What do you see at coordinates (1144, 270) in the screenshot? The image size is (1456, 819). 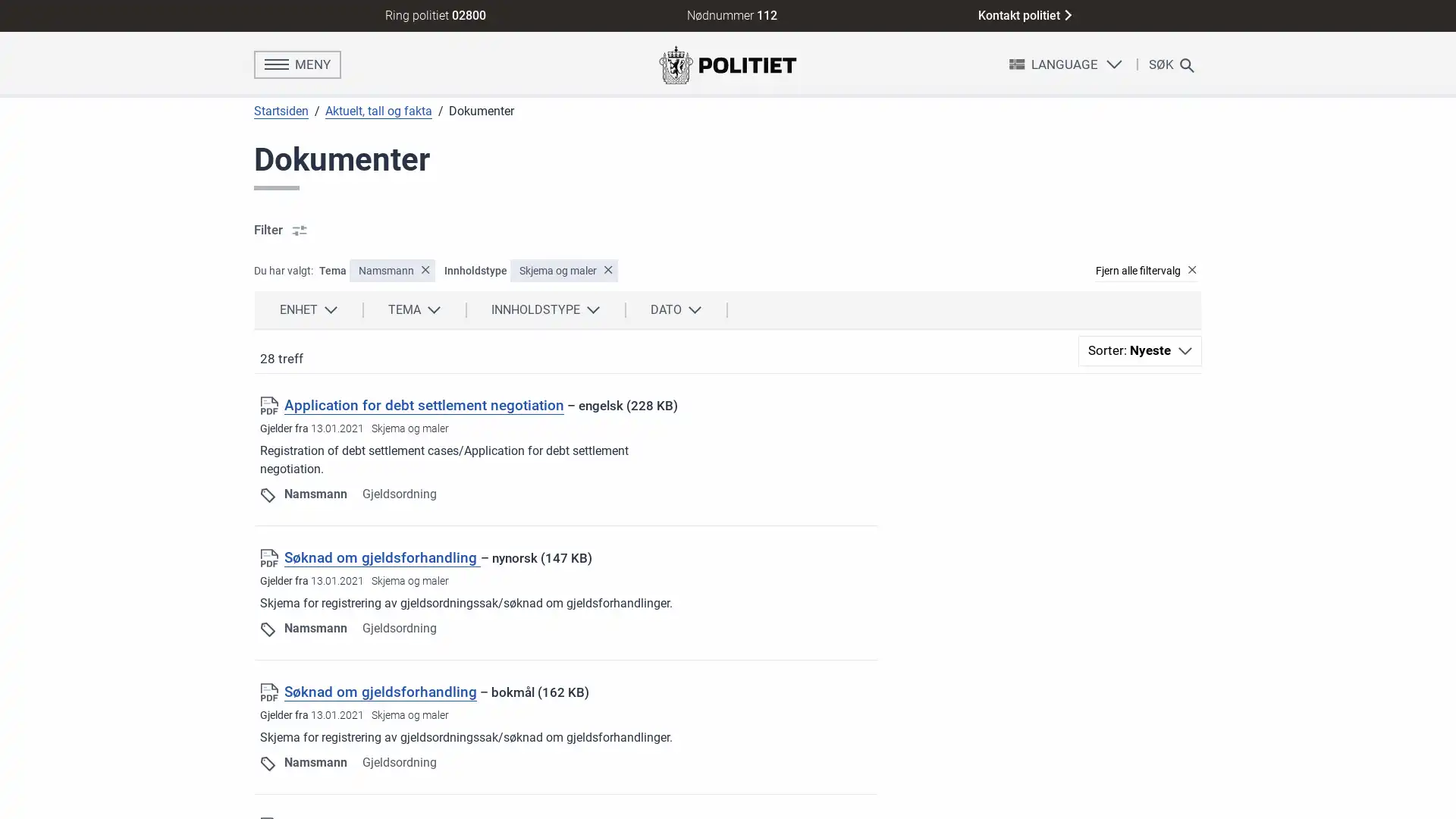 I see `Fjern alle filtervalg` at bounding box center [1144, 270].